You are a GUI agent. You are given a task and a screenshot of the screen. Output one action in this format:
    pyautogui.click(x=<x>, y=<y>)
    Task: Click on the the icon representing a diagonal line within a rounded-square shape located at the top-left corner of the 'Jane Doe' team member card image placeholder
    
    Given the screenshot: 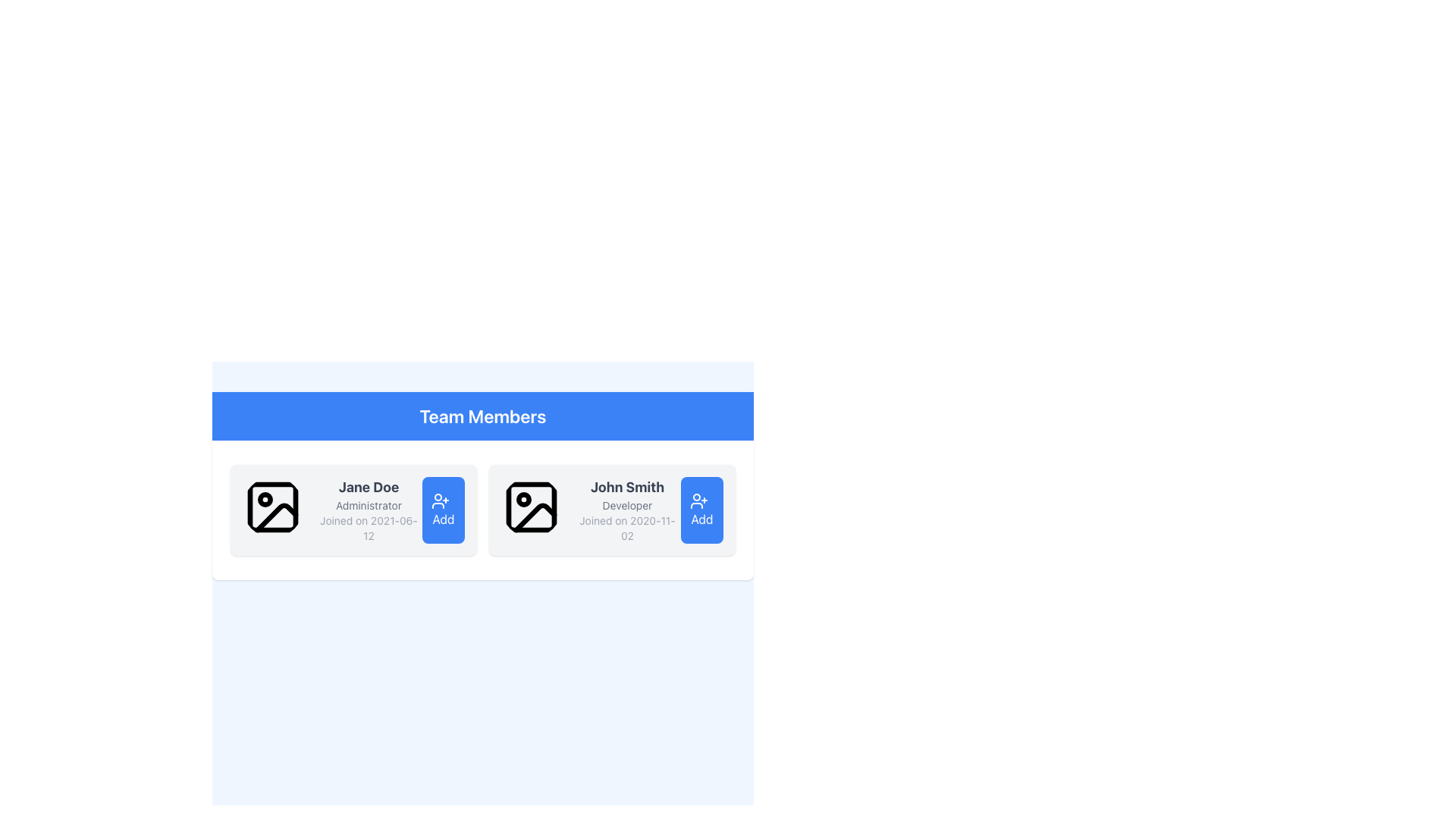 What is the action you would take?
    pyautogui.click(x=276, y=516)
    